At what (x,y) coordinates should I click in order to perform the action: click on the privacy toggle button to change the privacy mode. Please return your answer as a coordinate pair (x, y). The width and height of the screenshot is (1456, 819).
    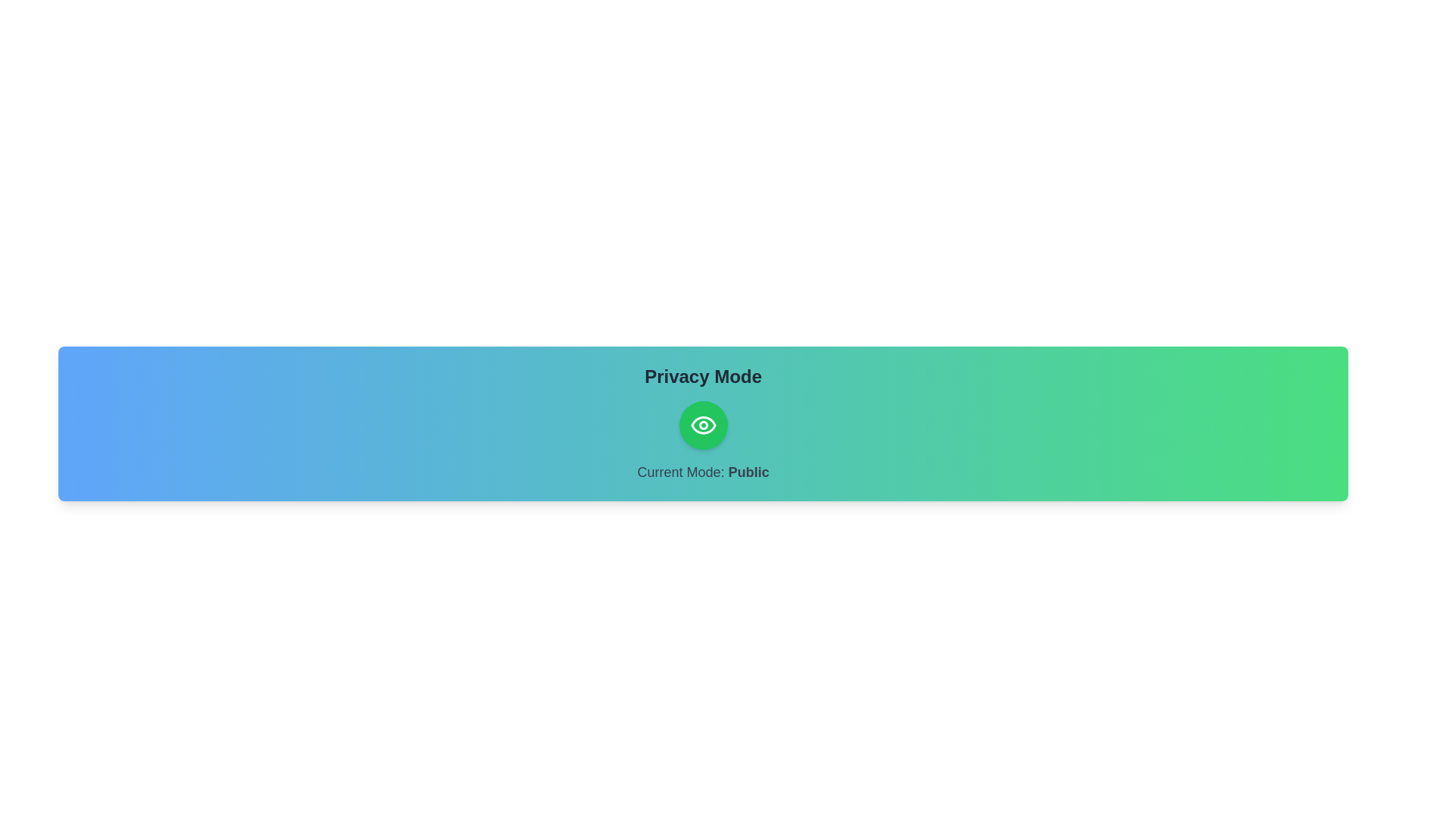
    Looking at the image, I should click on (702, 425).